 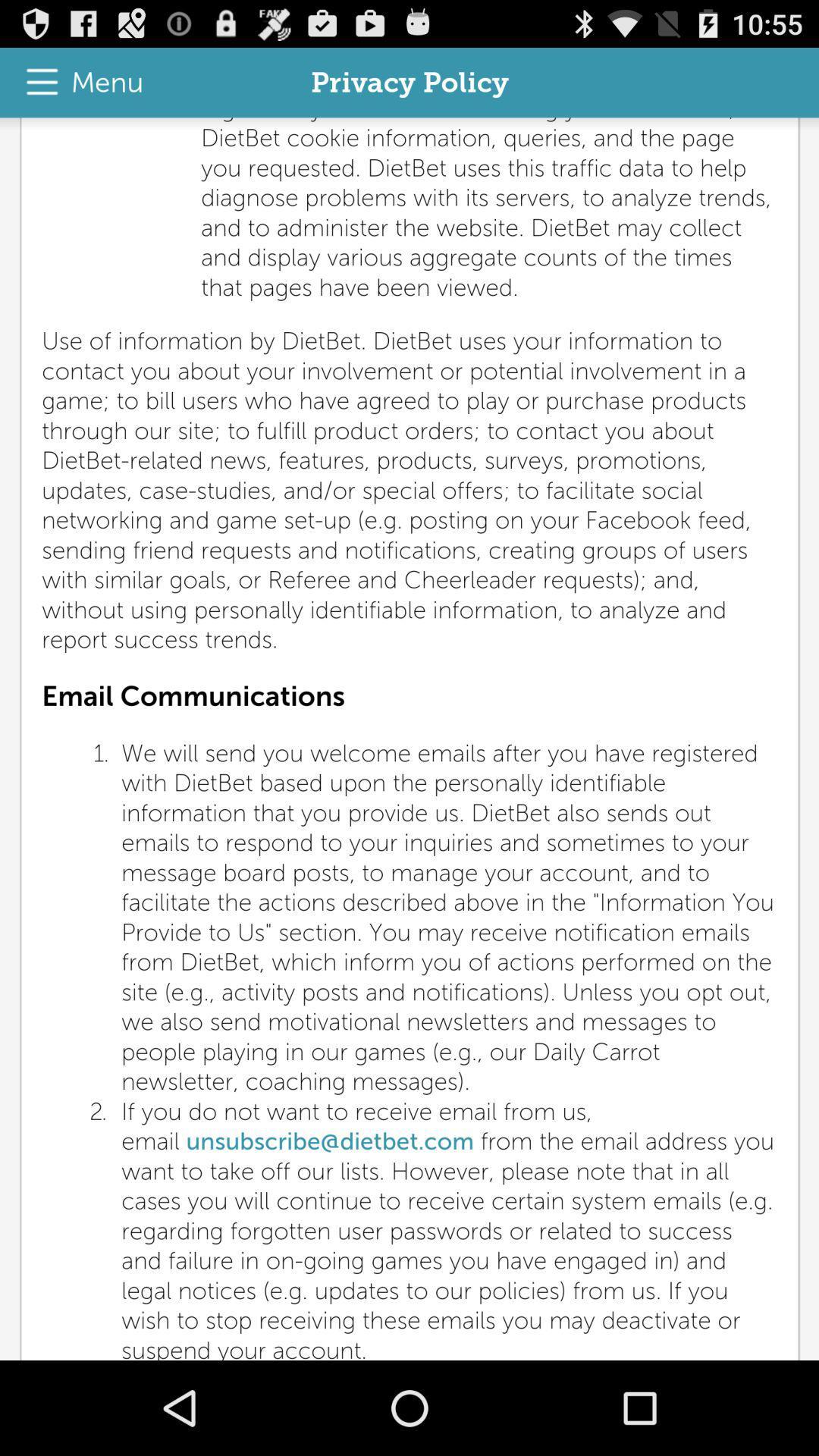 I want to click on the app next to the privacy policy item, so click(x=77, y=82).